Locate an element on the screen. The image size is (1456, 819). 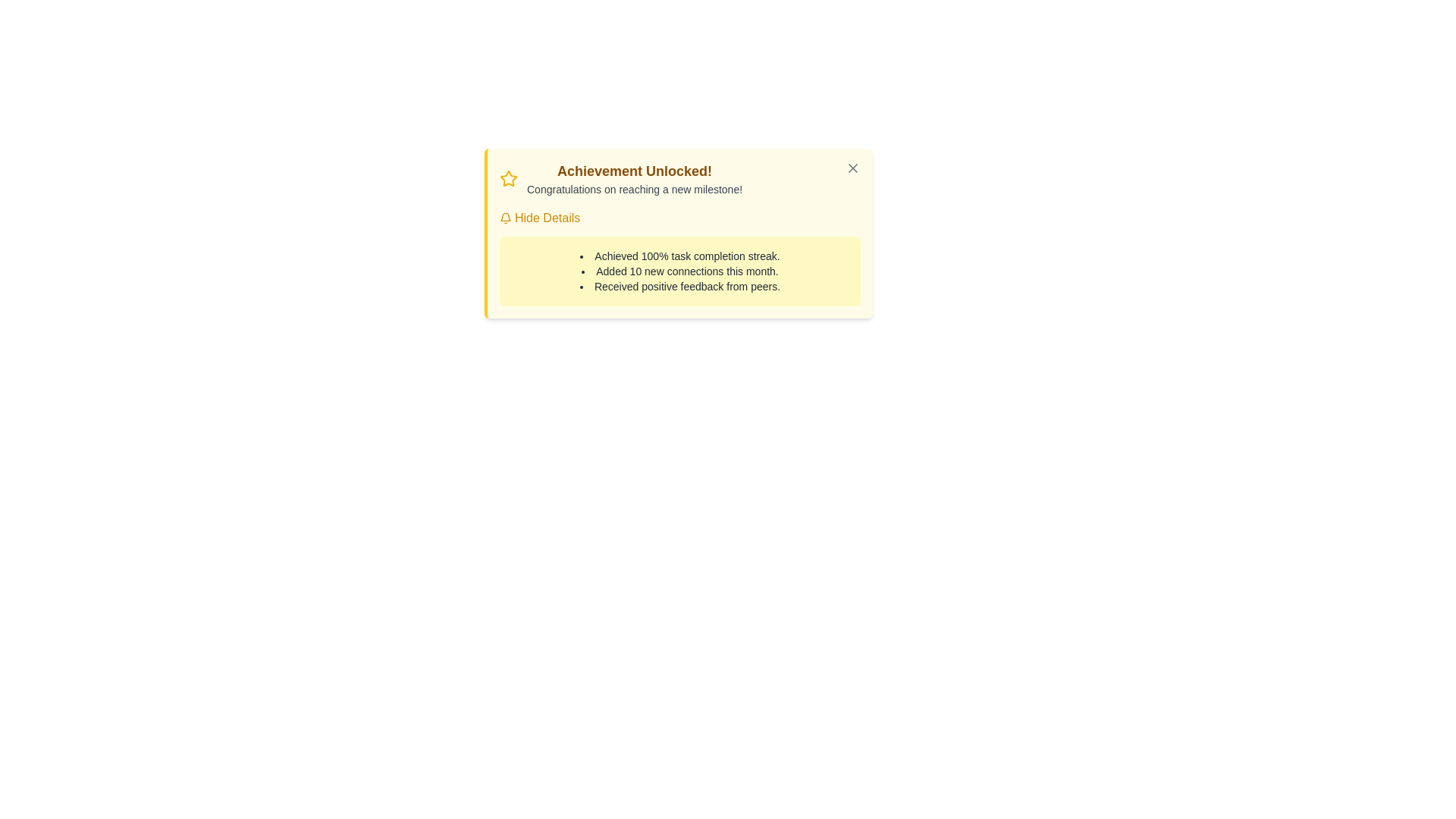
the notification bell icon located in the top-right area of the notification card is located at coordinates (506, 217).